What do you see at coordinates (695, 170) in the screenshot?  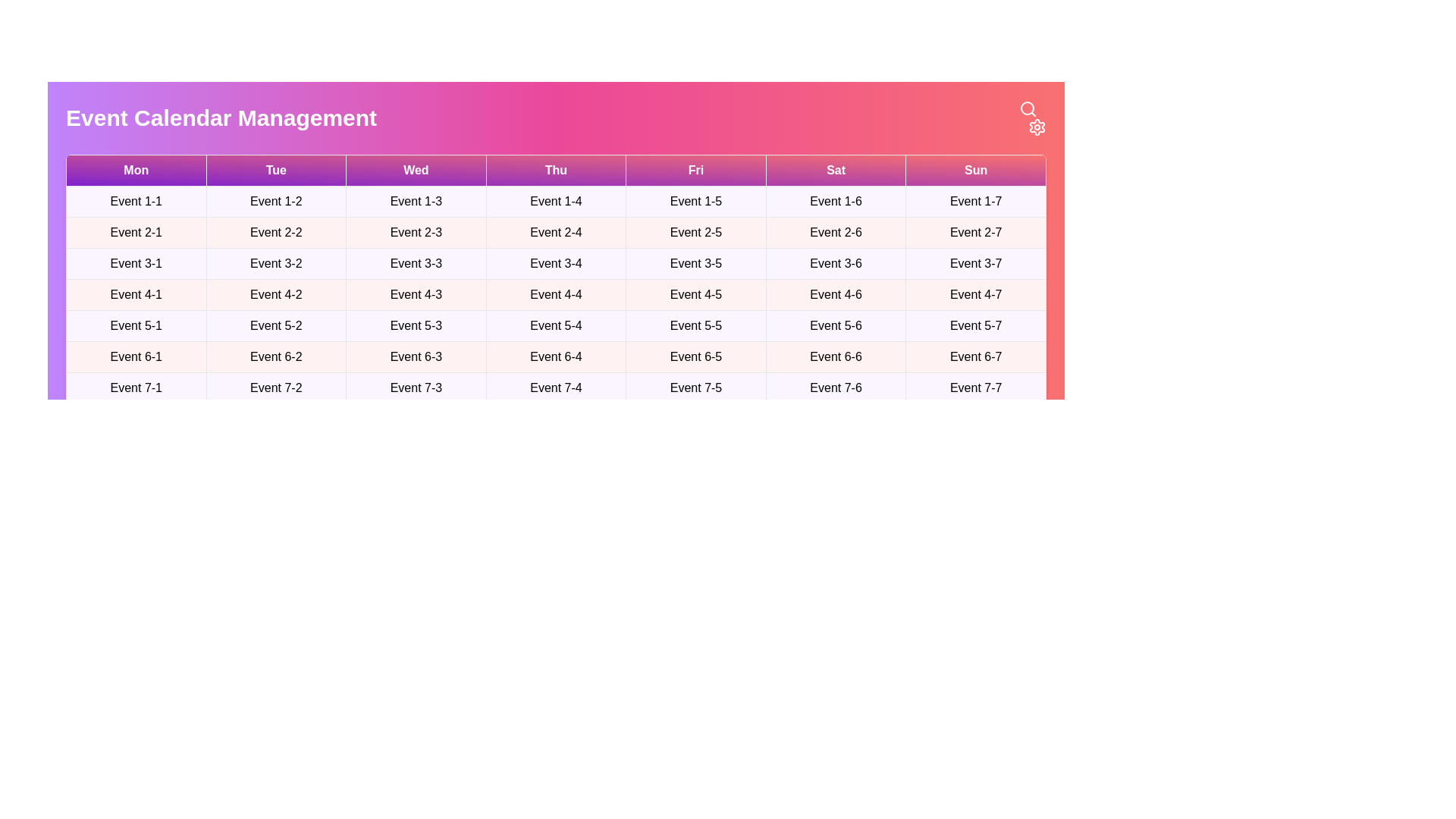 I see `the table header corresponding to Fri` at bounding box center [695, 170].